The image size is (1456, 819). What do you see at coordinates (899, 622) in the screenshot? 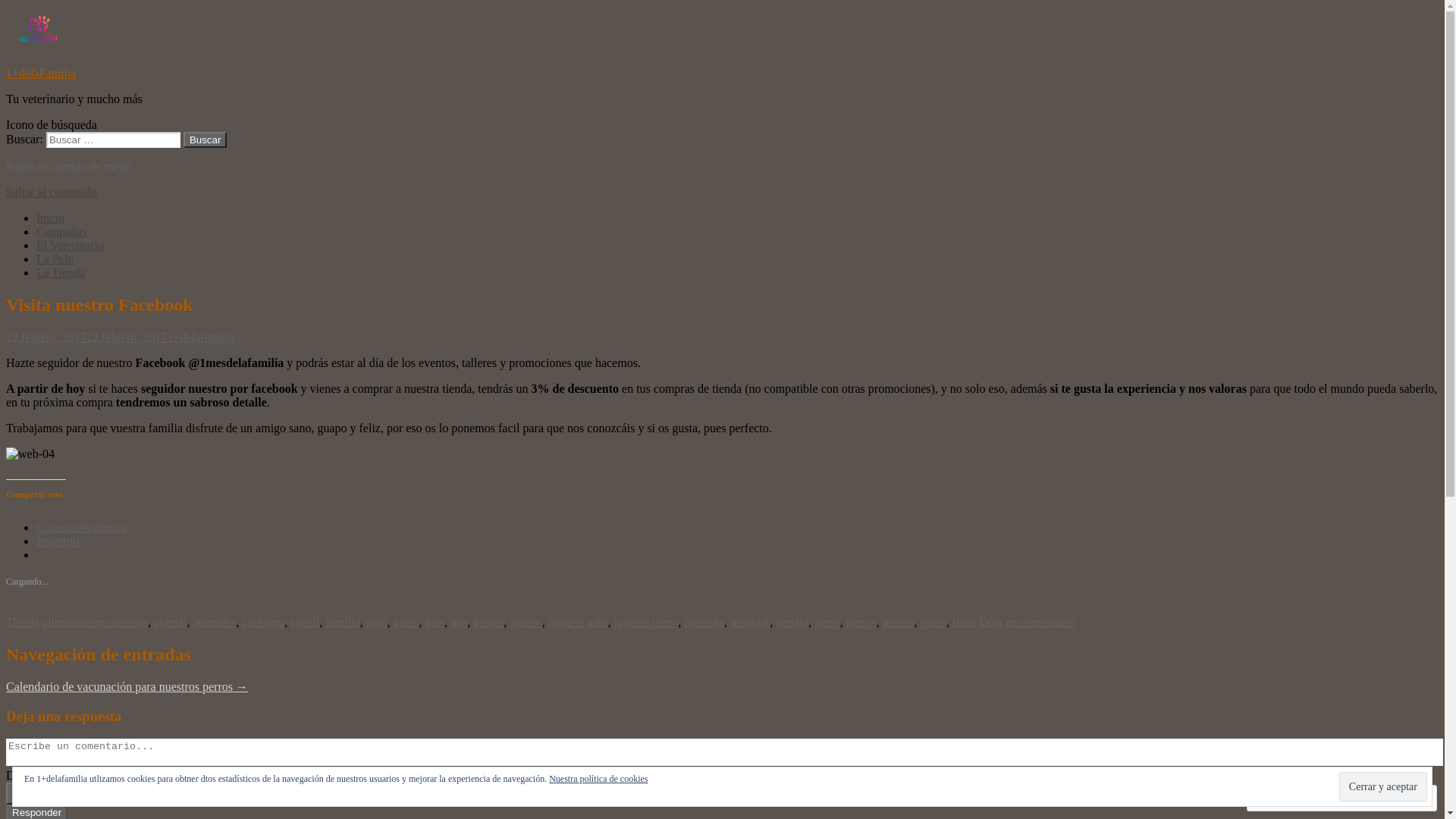
I see `'pienso'` at bounding box center [899, 622].